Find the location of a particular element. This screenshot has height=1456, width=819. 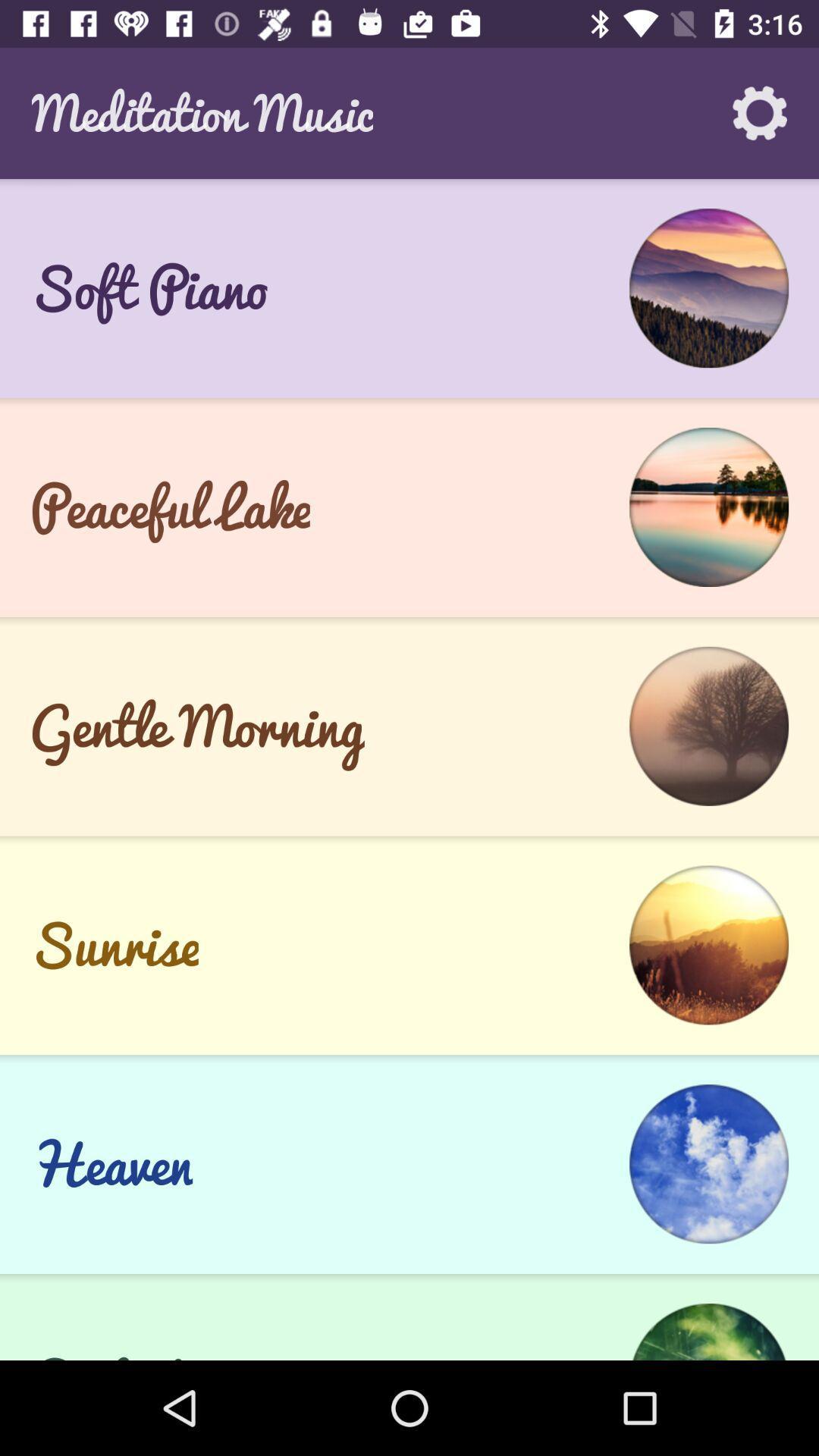

the meditation music app is located at coordinates (201, 112).